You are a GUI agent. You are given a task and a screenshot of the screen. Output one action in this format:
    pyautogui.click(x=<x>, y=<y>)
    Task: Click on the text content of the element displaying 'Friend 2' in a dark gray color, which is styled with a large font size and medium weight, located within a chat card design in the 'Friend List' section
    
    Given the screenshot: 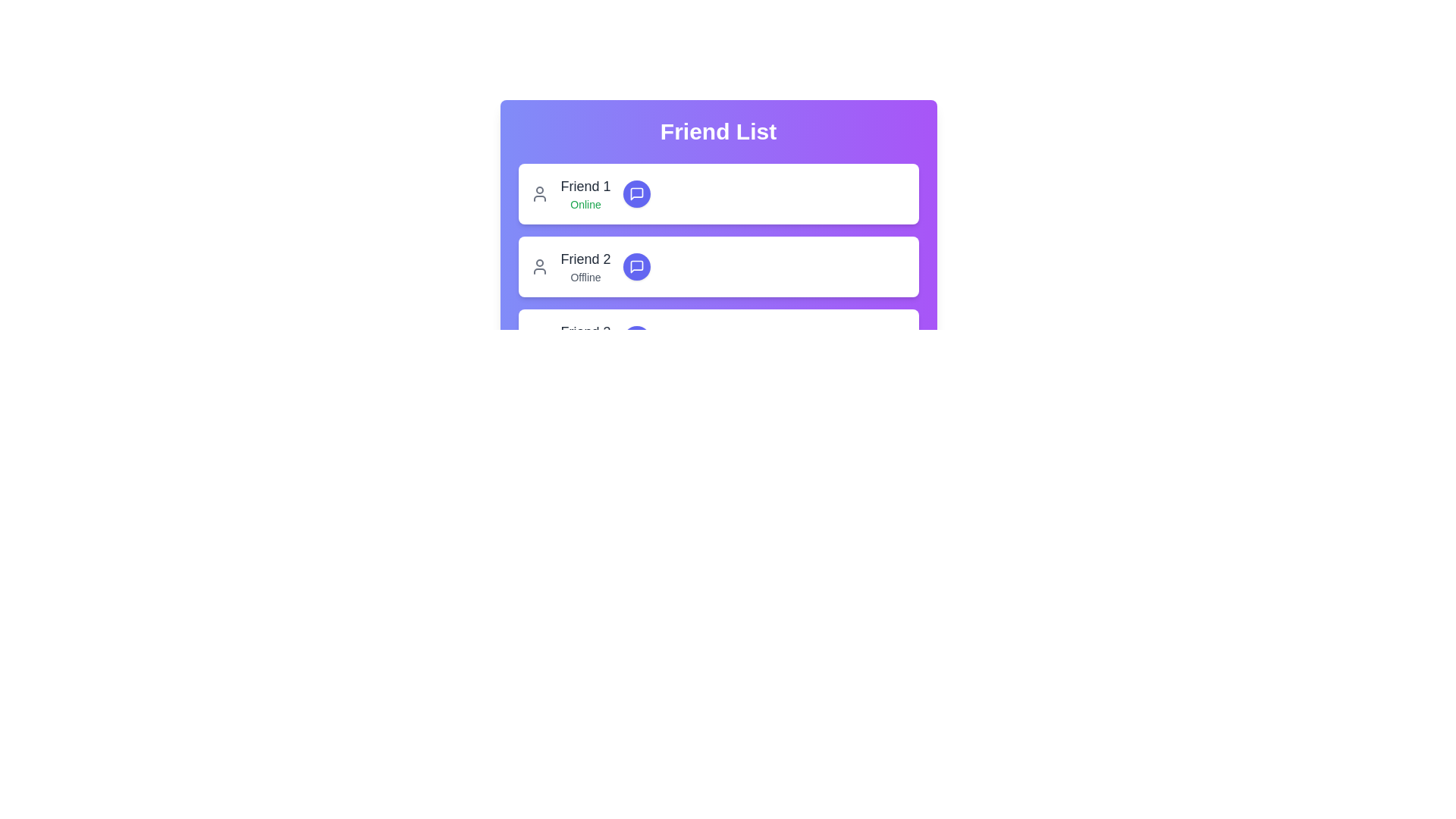 What is the action you would take?
    pyautogui.click(x=585, y=259)
    